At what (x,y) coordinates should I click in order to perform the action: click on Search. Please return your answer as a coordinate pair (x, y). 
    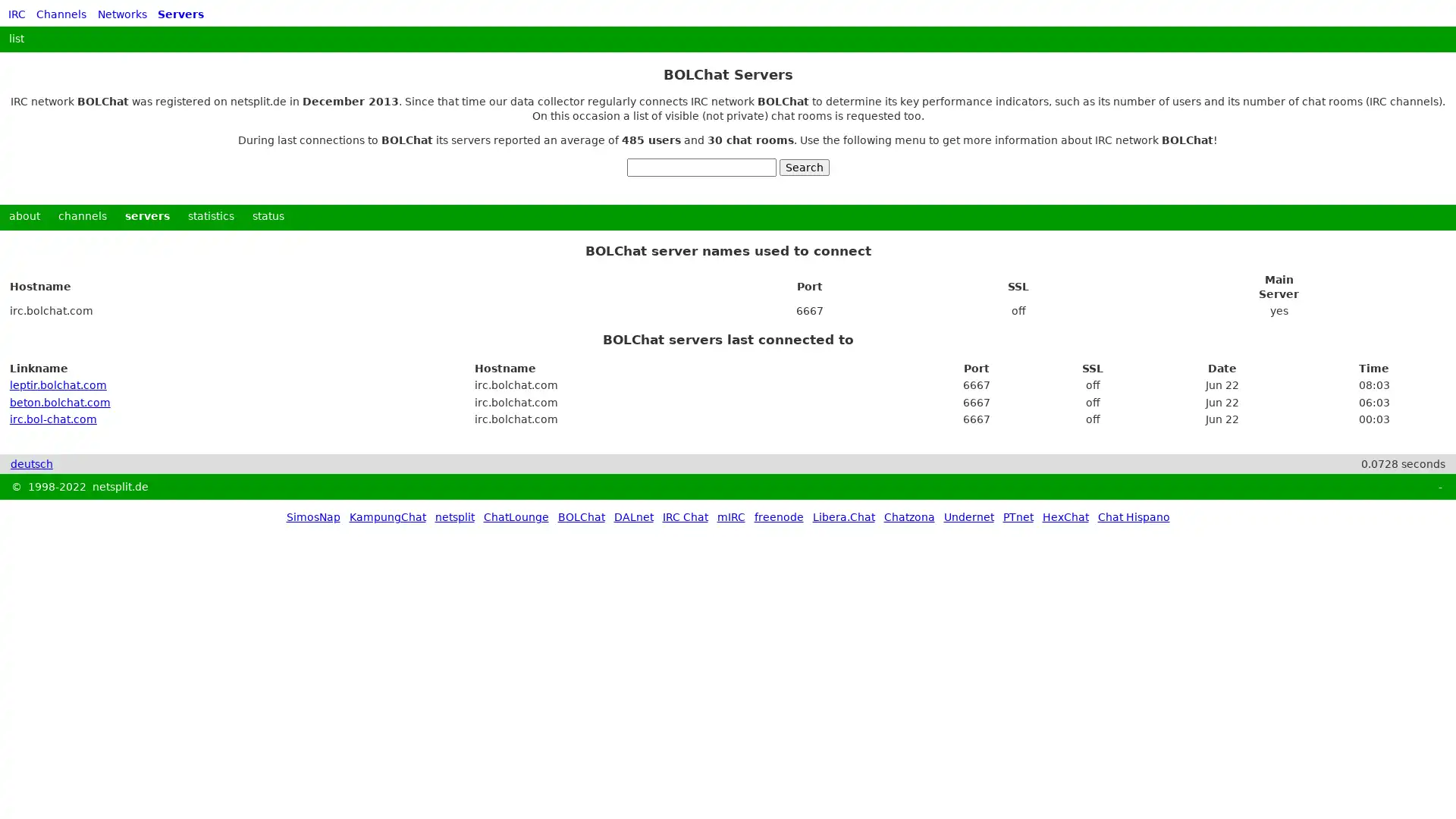
    Looking at the image, I should click on (803, 166).